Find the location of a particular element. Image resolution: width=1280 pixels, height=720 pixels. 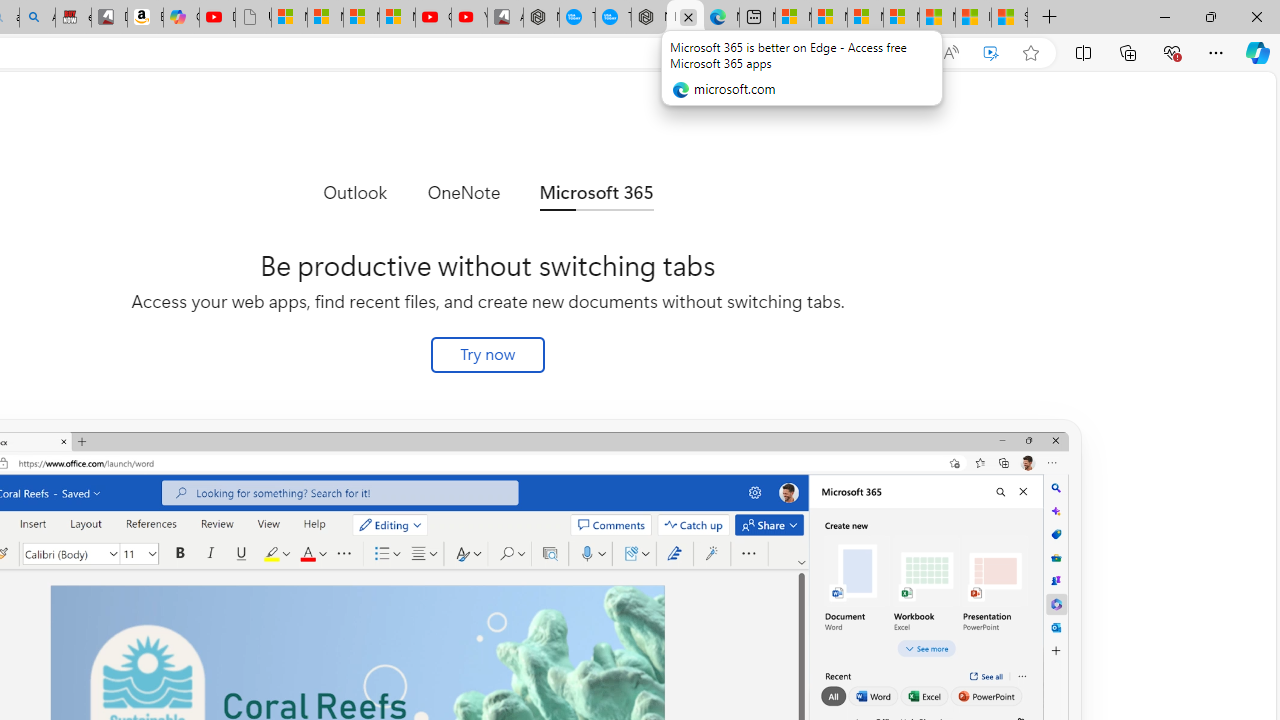

'I Gained 20 Pounds of Muscle in 30 Days! | Watch' is located at coordinates (973, 17).